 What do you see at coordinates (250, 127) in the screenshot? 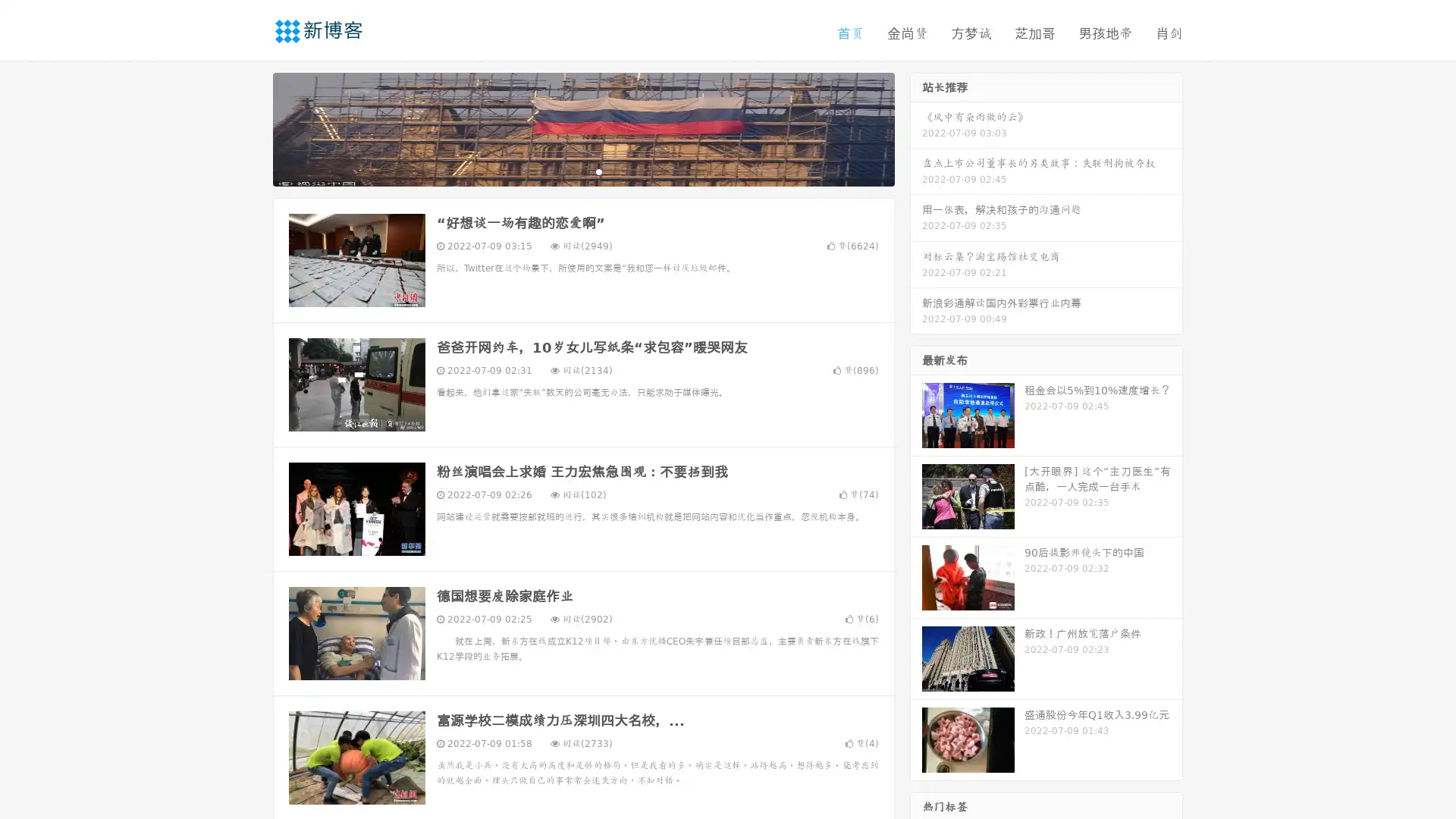
I see `Previous slide` at bounding box center [250, 127].